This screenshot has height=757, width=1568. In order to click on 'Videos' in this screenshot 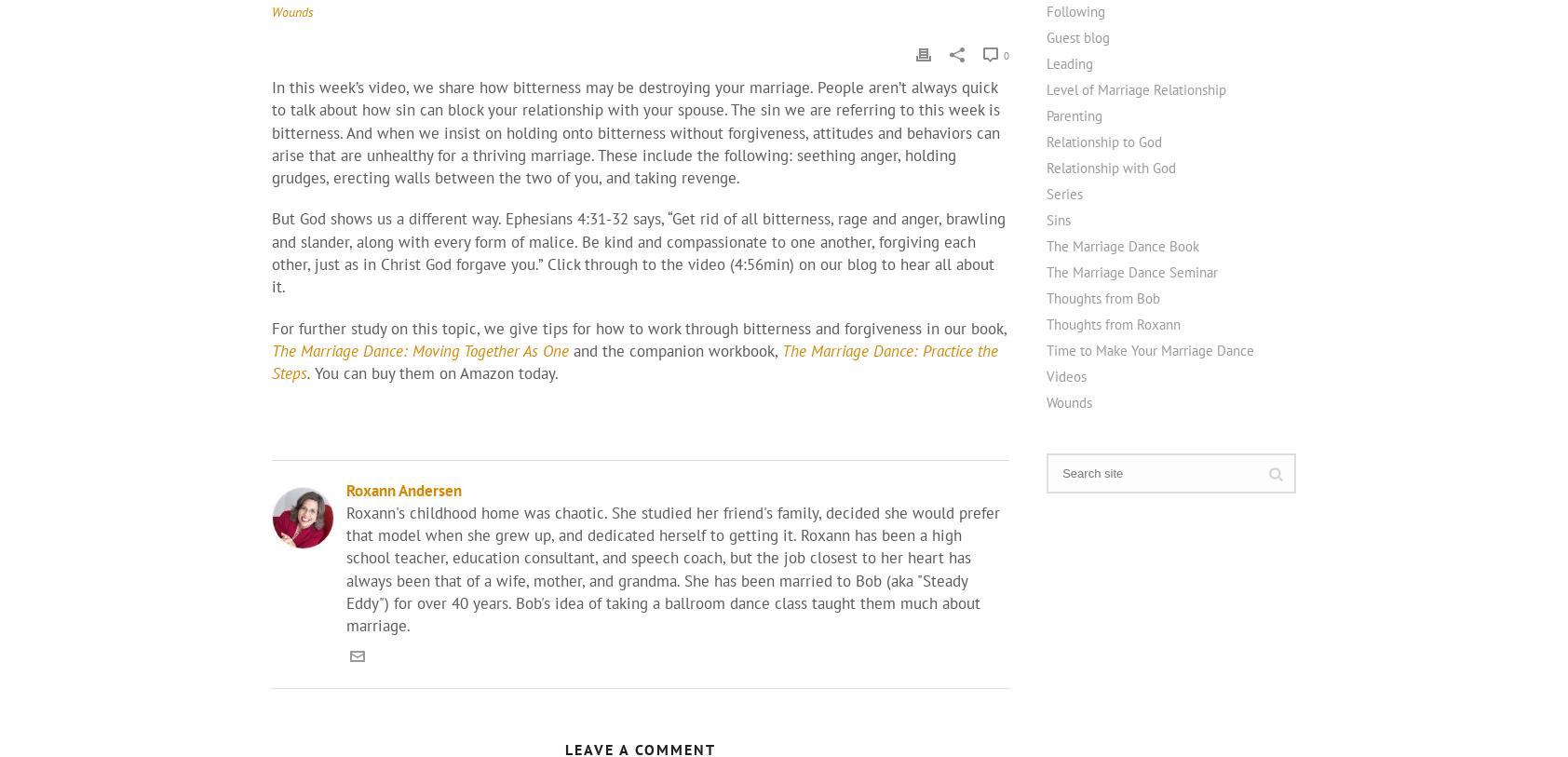, I will do `click(1066, 374)`.